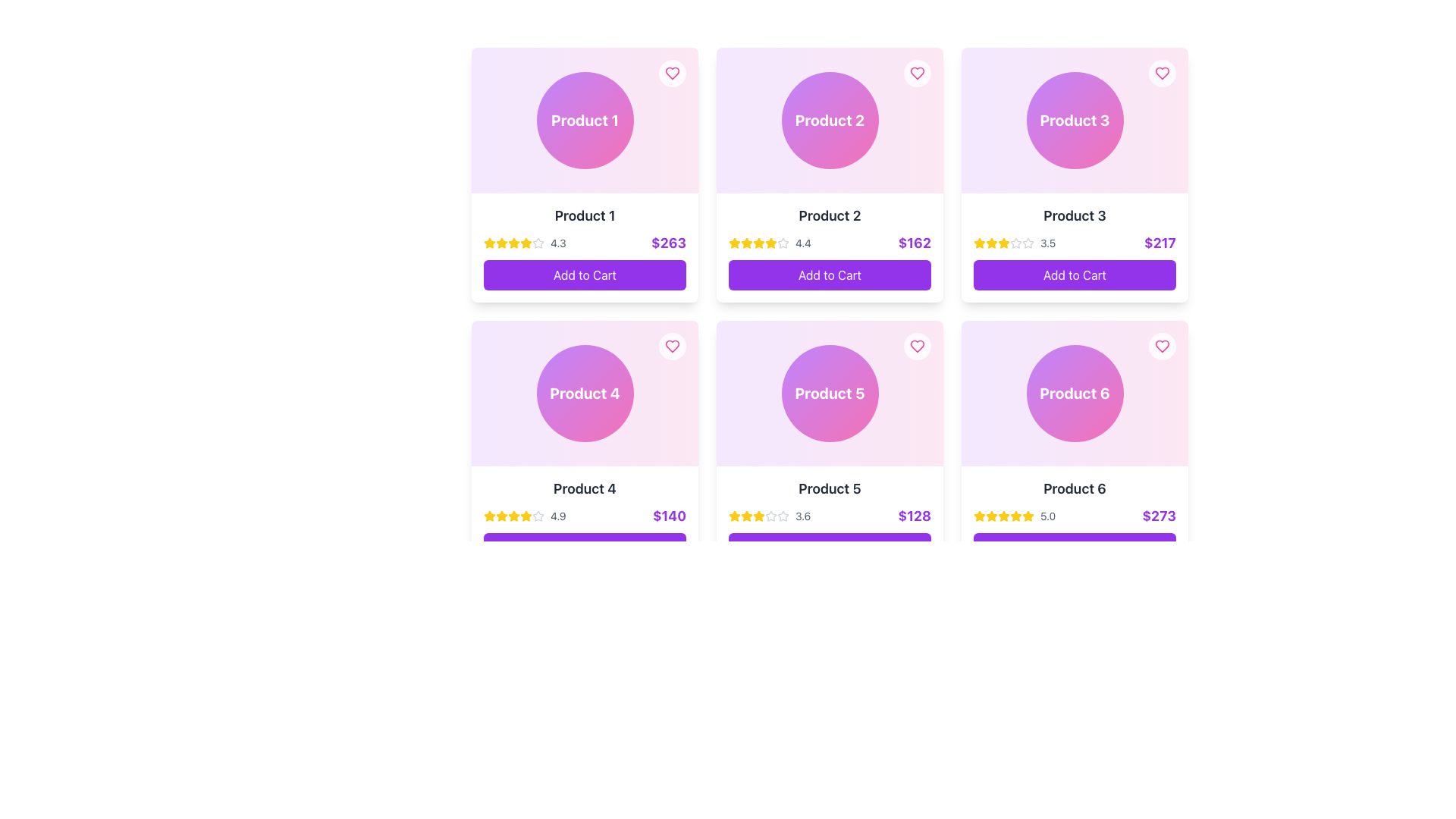 The width and height of the screenshot is (1456, 819). Describe the element at coordinates (538, 516) in the screenshot. I see `the appearance of the unrated star icon located in the bottom section of the 'Product 4' card, which is the last icon in a series of five star icons, aligned to the left of the numeric rating value '4.9'` at that location.